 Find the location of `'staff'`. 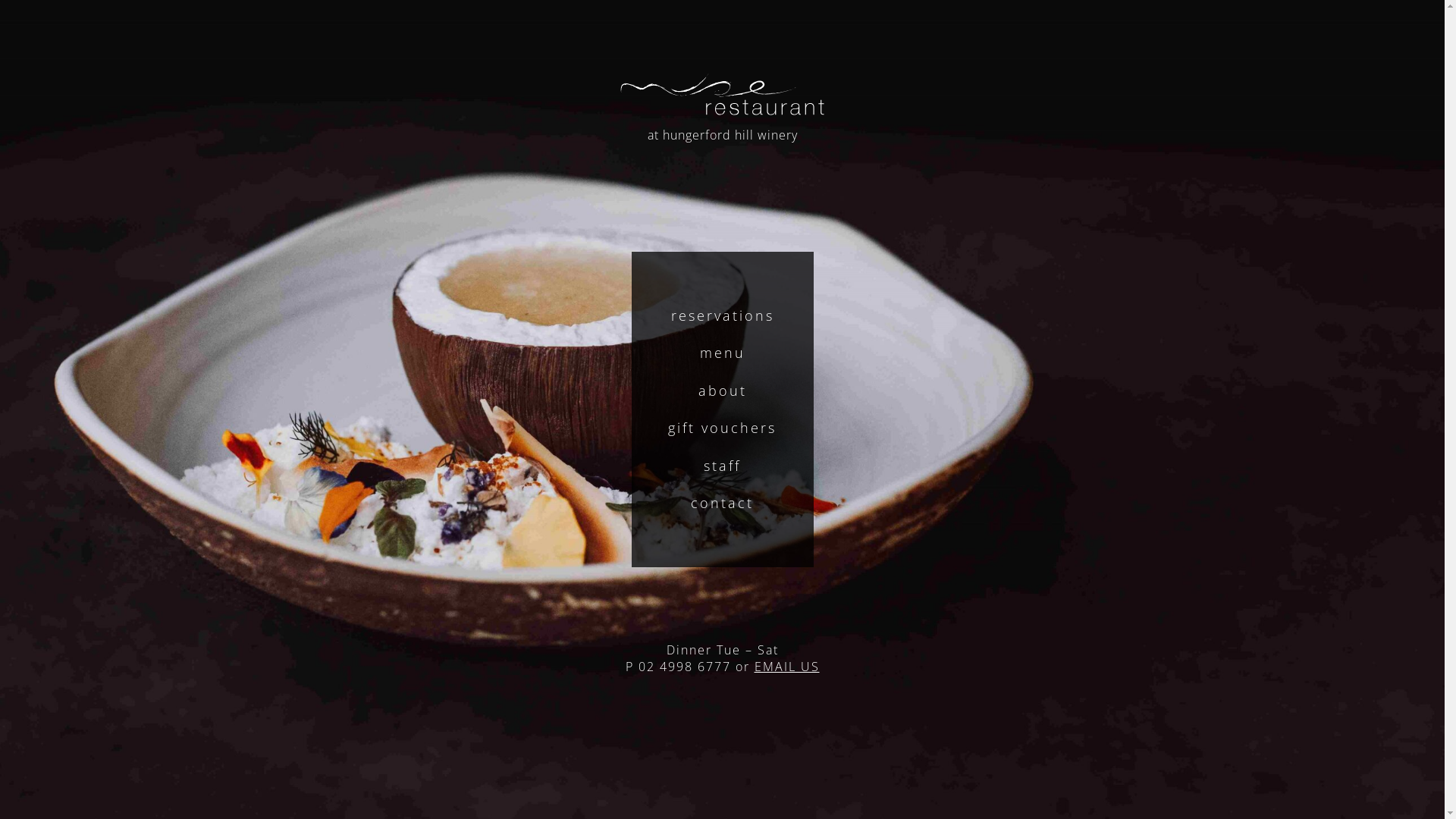

'staff' is located at coordinates (720, 464).